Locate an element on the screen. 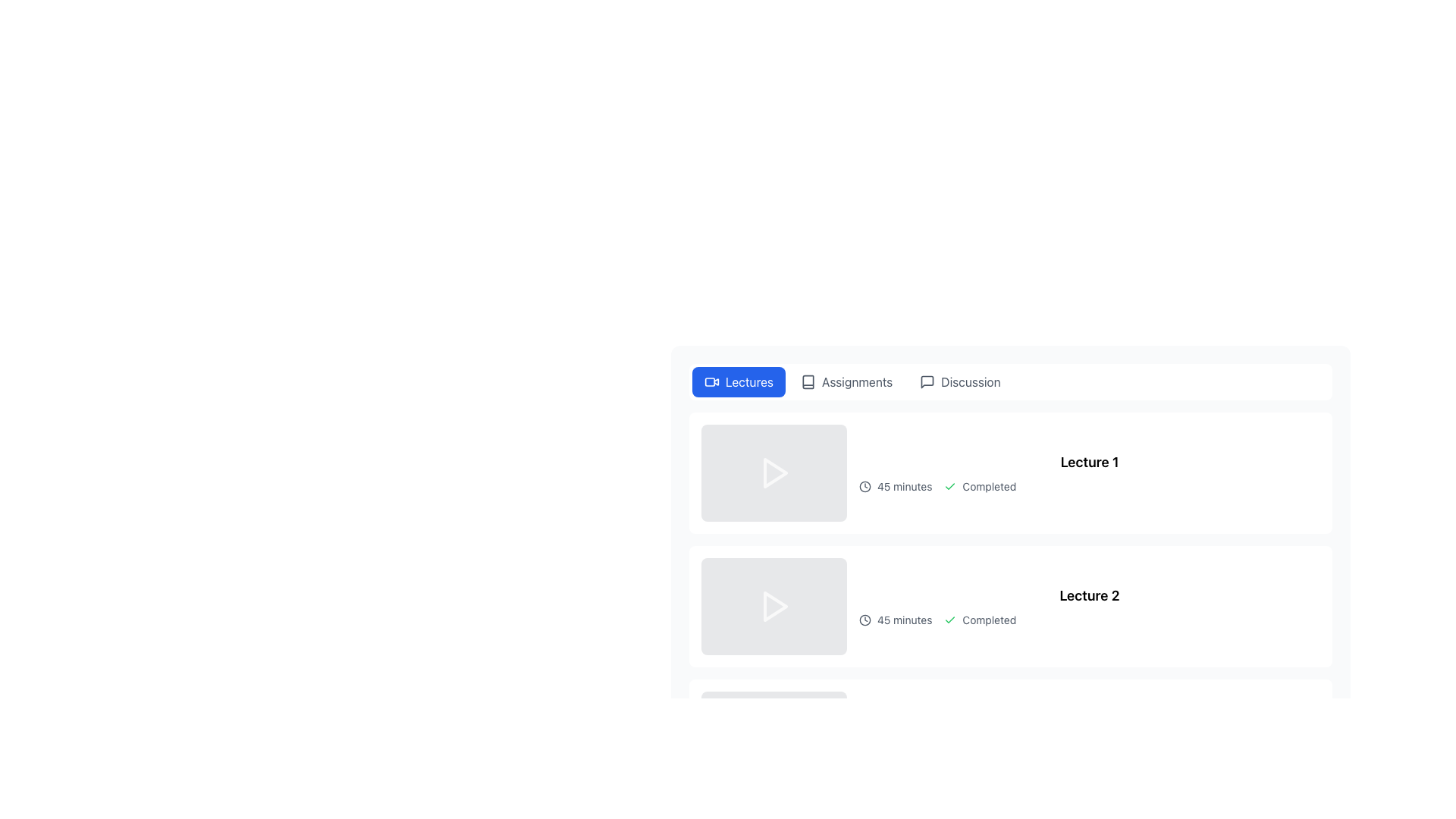 The height and width of the screenshot is (819, 1456). the 'Discussion' button, which features a speech bubble icon and changes background to light gray on hover is located at coordinates (959, 381).